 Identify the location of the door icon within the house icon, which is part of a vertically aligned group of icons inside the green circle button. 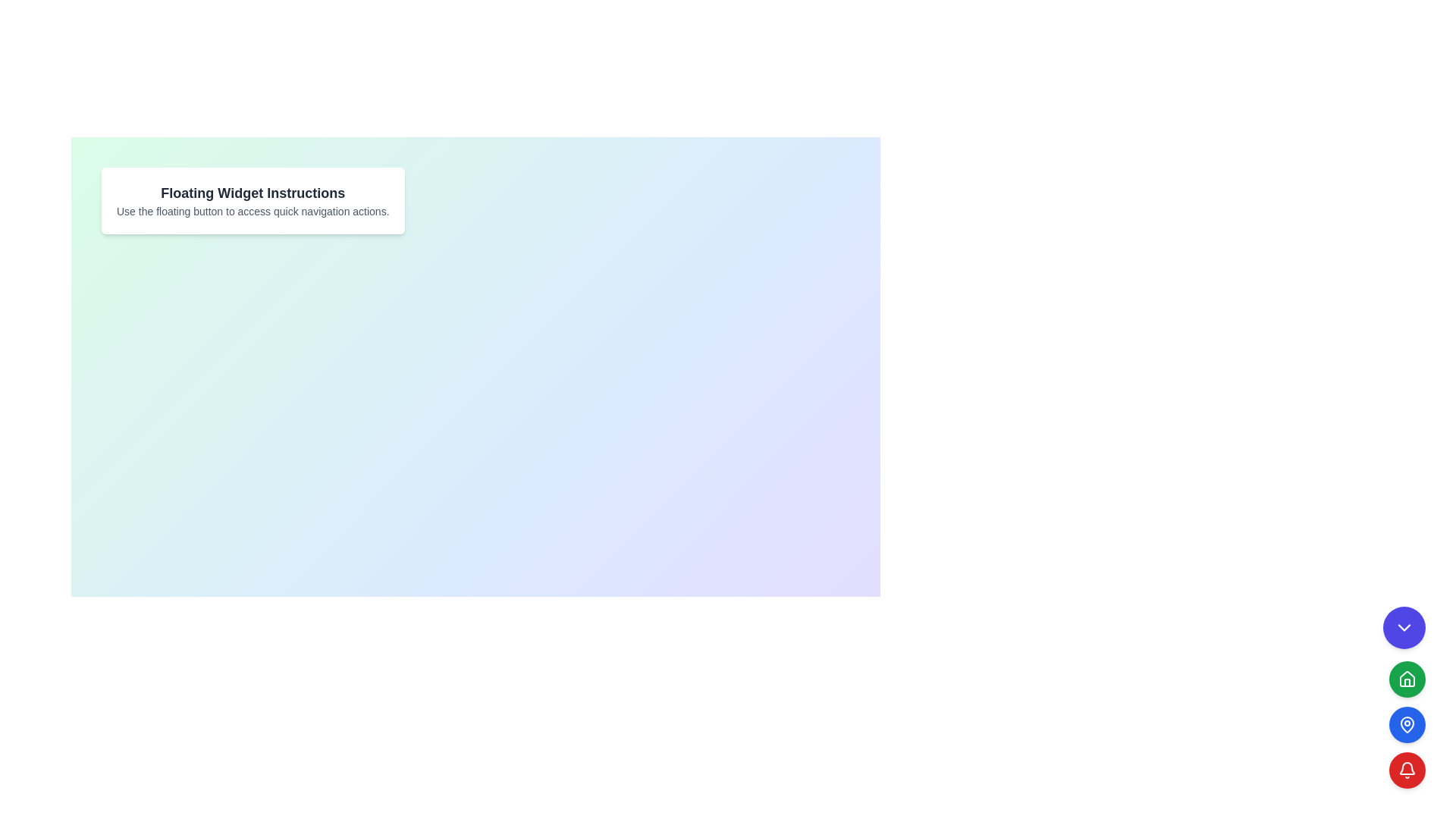
(1407, 682).